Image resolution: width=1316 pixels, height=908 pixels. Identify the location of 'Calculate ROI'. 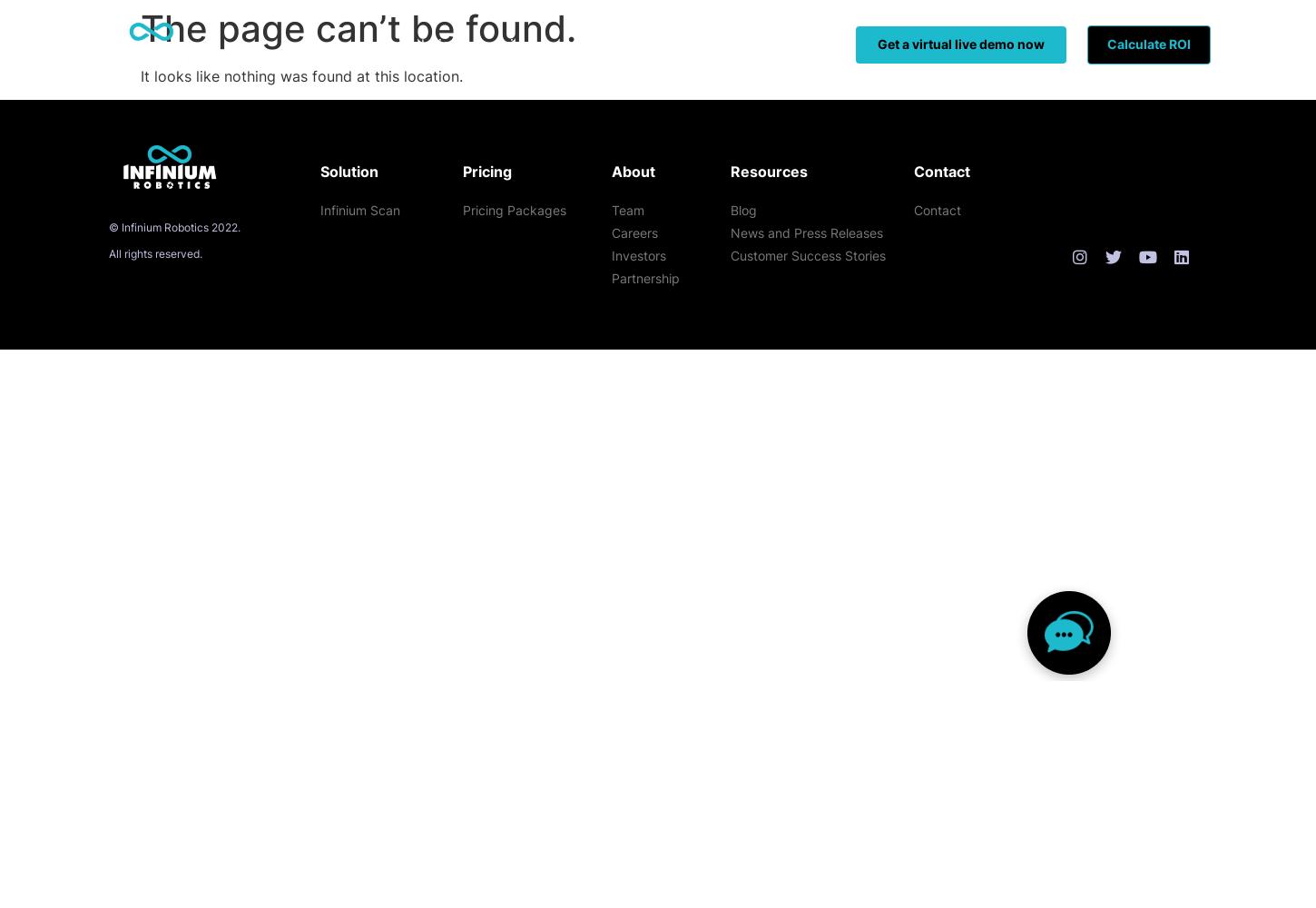
(1148, 44).